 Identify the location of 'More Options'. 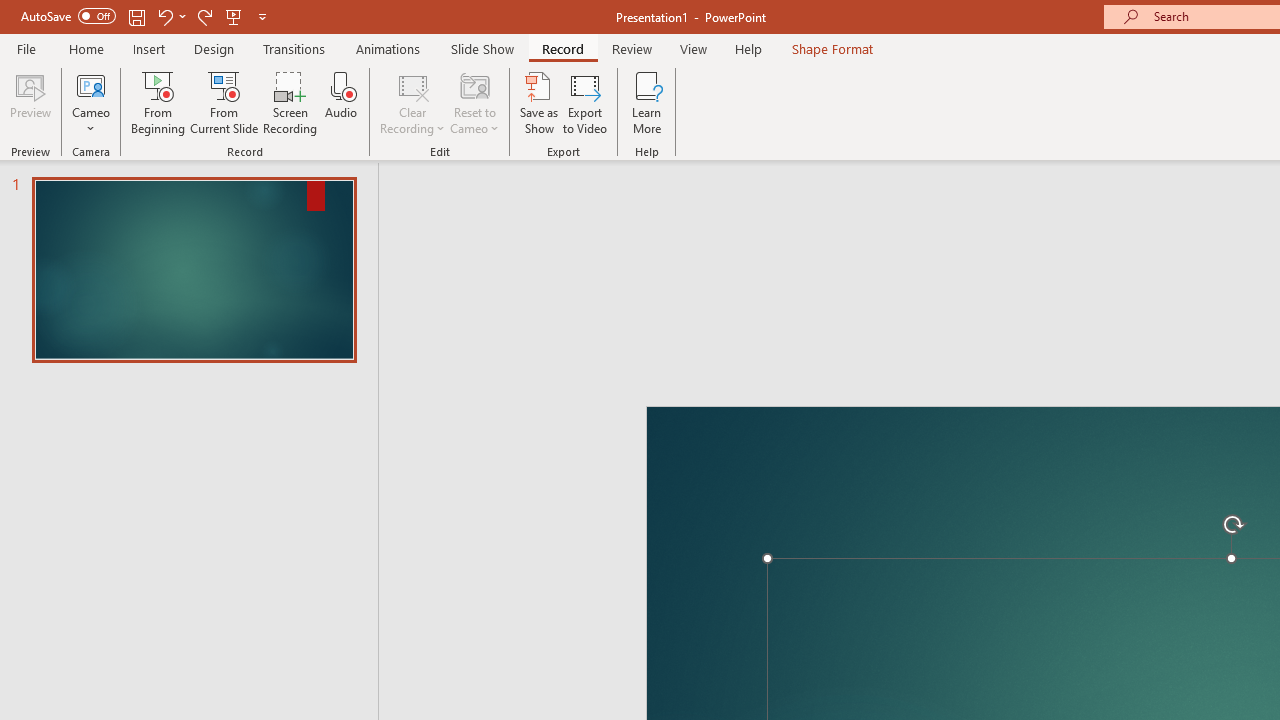
(90, 121).